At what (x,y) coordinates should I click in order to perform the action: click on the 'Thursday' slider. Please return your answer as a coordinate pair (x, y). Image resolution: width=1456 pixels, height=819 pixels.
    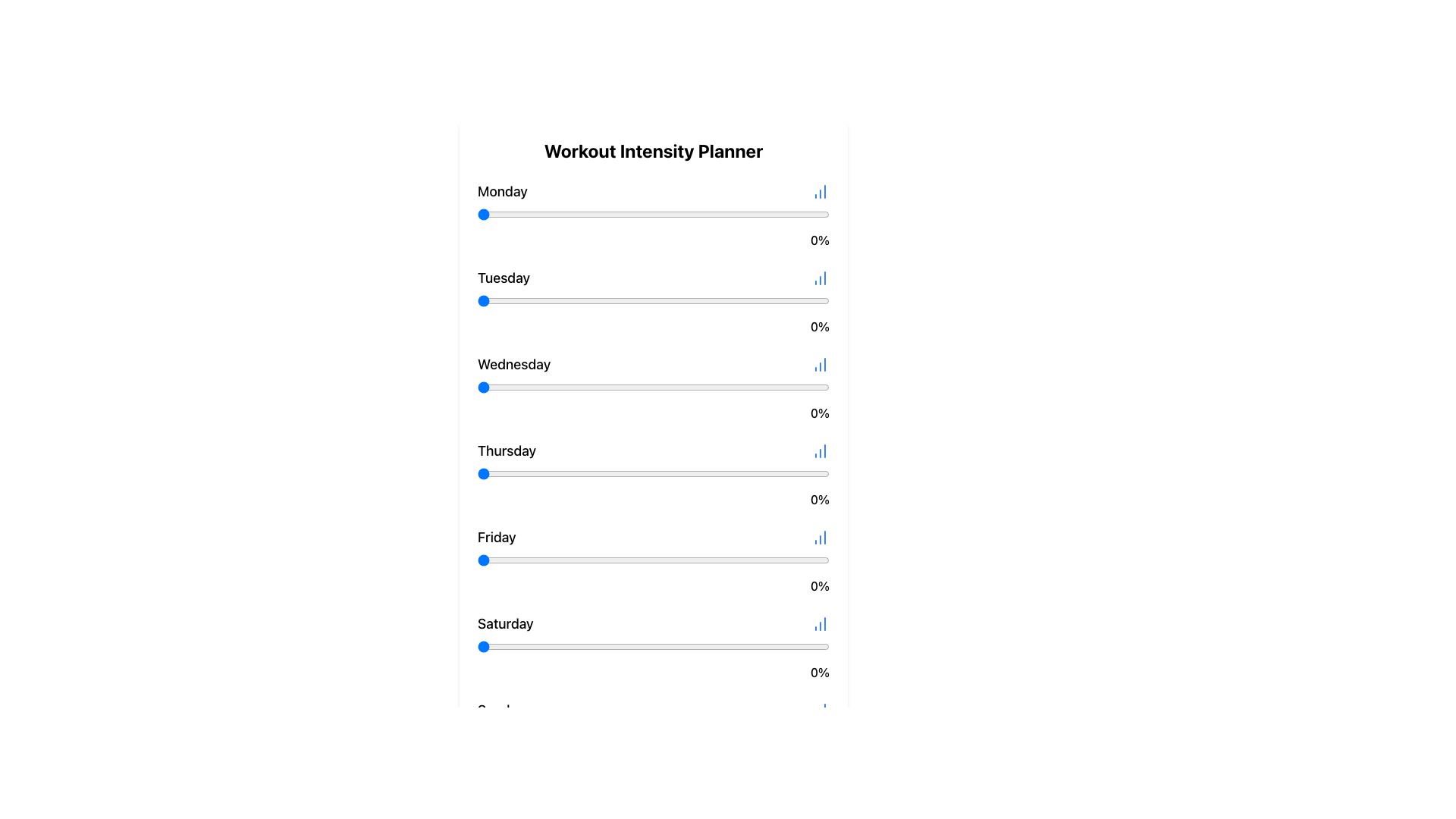
    Looking at the image, I should click on (589, 472).